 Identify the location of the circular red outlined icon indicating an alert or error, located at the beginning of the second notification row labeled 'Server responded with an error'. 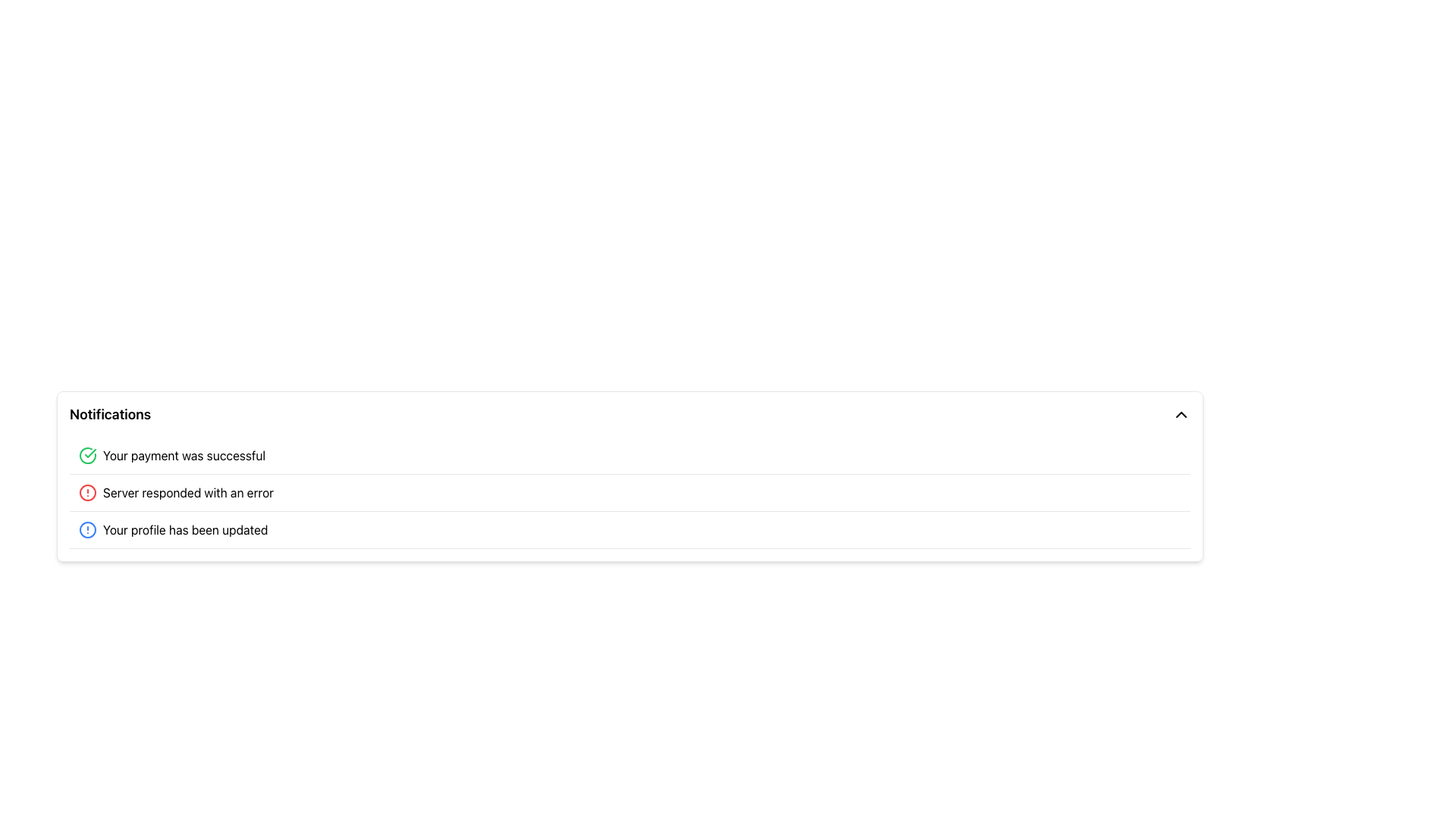
(86, 493).